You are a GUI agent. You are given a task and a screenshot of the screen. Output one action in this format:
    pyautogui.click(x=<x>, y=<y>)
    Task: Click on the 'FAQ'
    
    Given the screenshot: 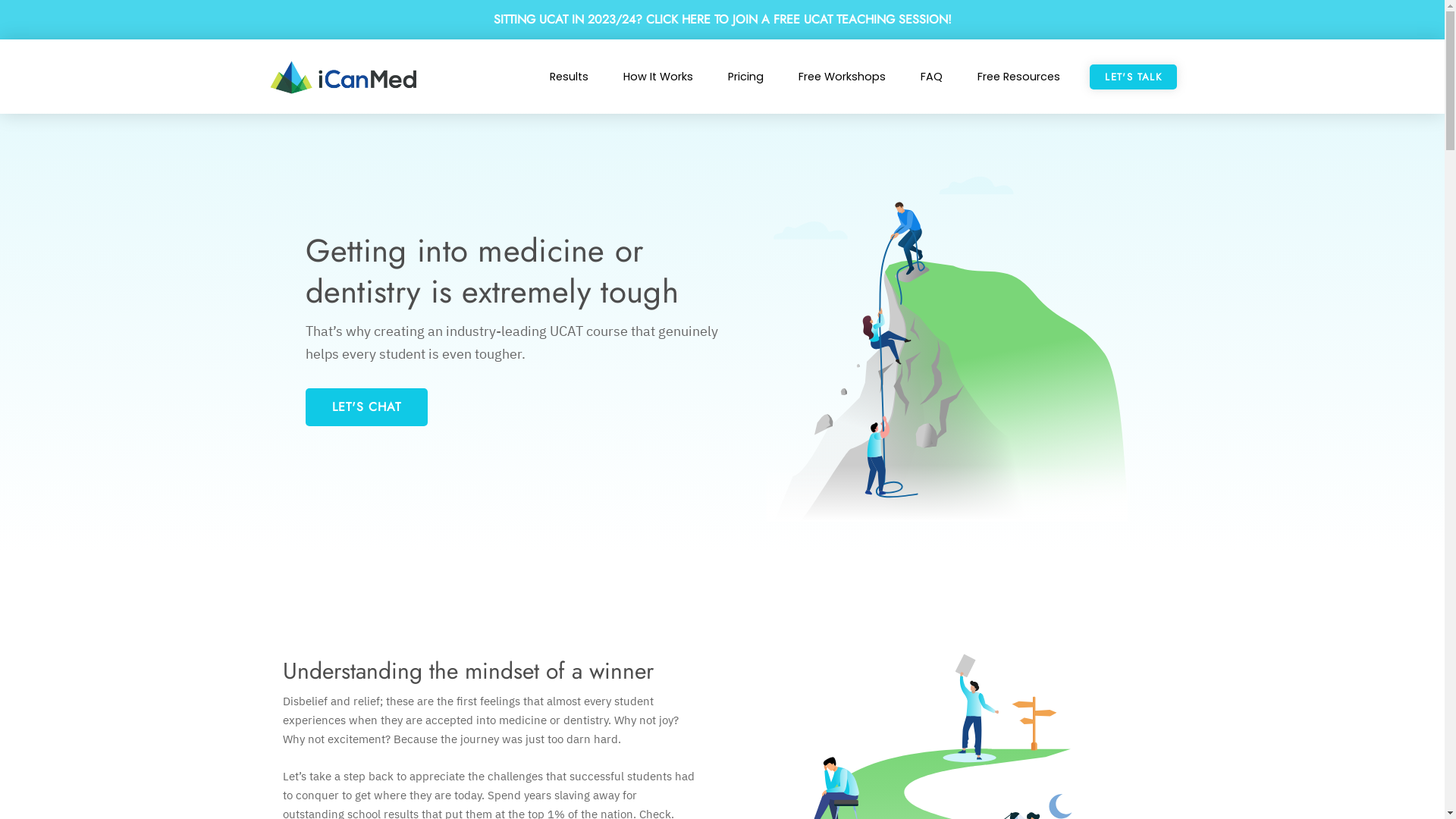 What is the action you would take?
    pyautogui.click(x=905, y=76)
    